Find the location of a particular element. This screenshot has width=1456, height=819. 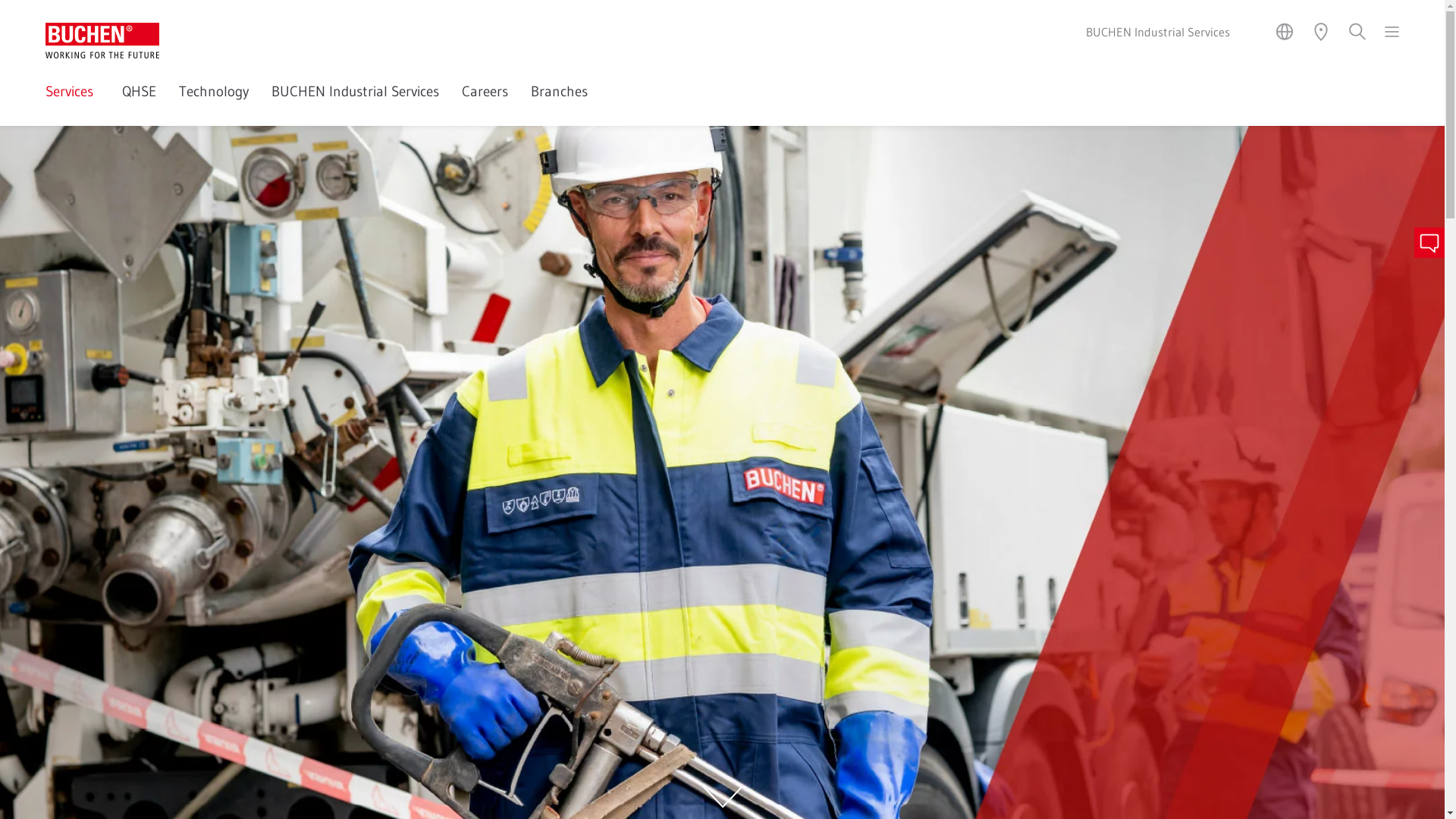

'QHSE' is located at coordinates (139, 102).